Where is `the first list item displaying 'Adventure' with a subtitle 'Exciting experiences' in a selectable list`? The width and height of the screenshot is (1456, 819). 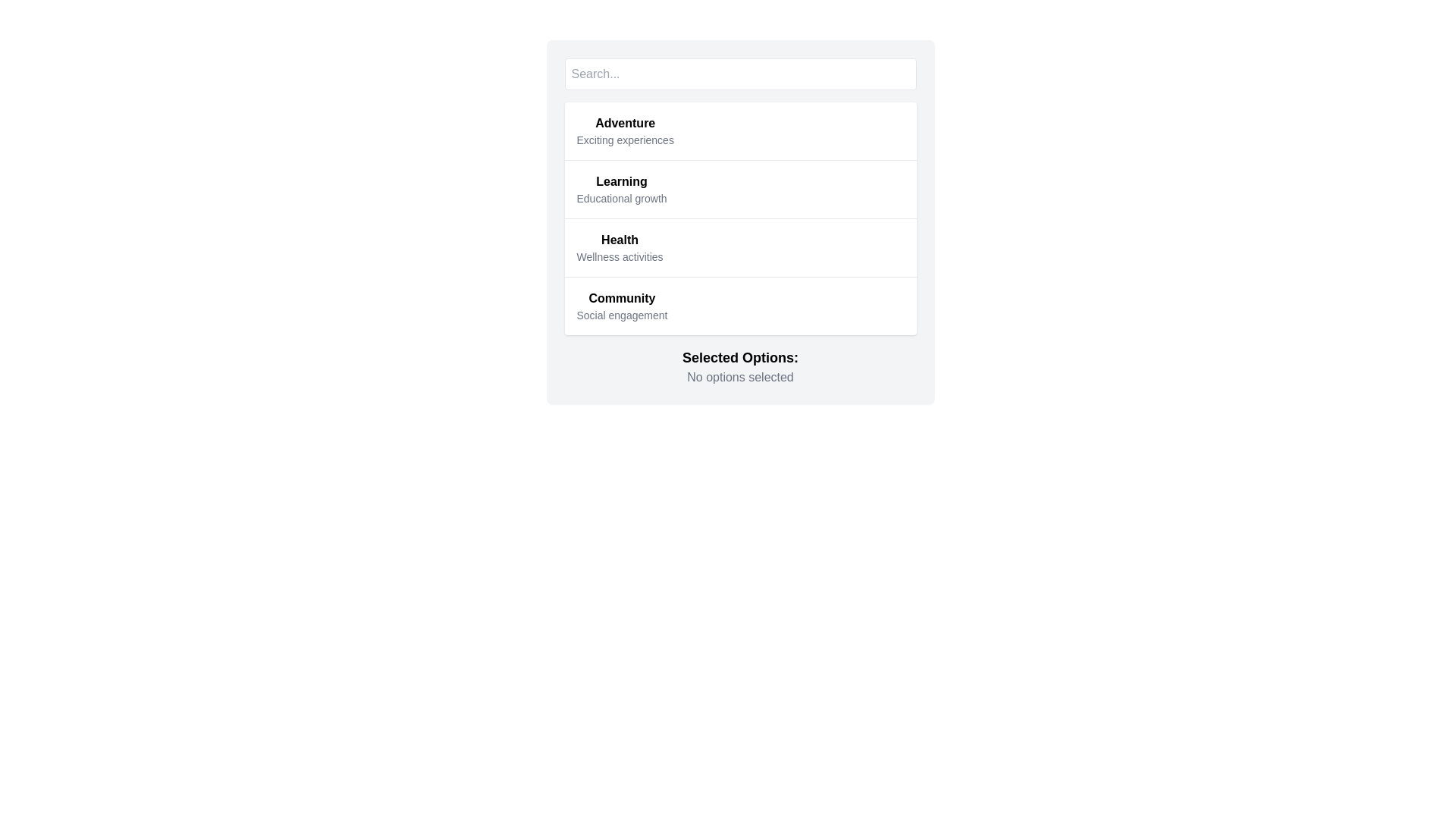 the first list item displaying 'Adventure' with a subtitle 'Exciting experiences' in a selectable list is located at coordinates (740, 130).